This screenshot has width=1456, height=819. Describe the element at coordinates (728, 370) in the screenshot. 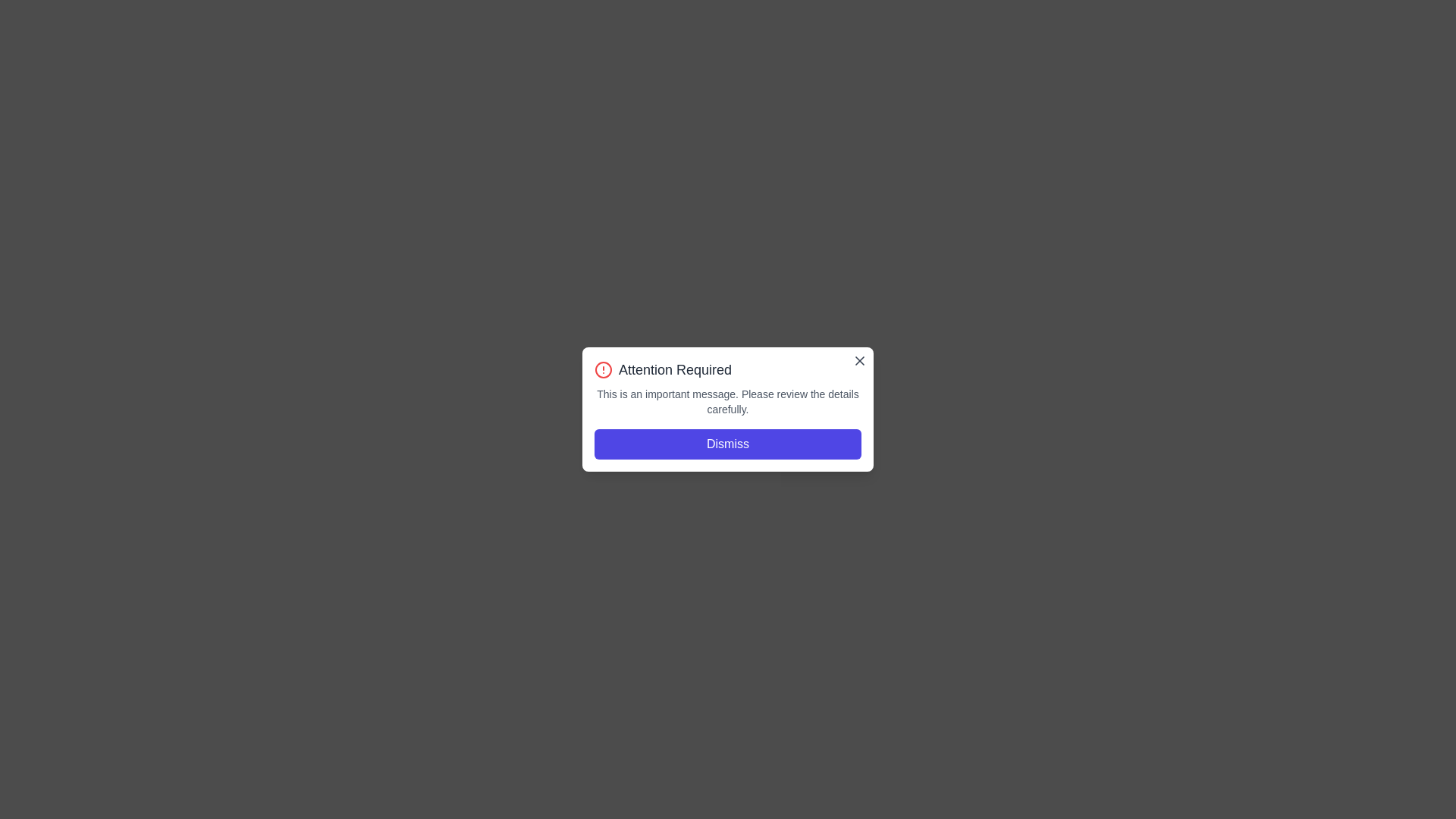

I see `text displayed in the Alert Header with Icon, which is located at the top of the white alert dialog box` at that location.